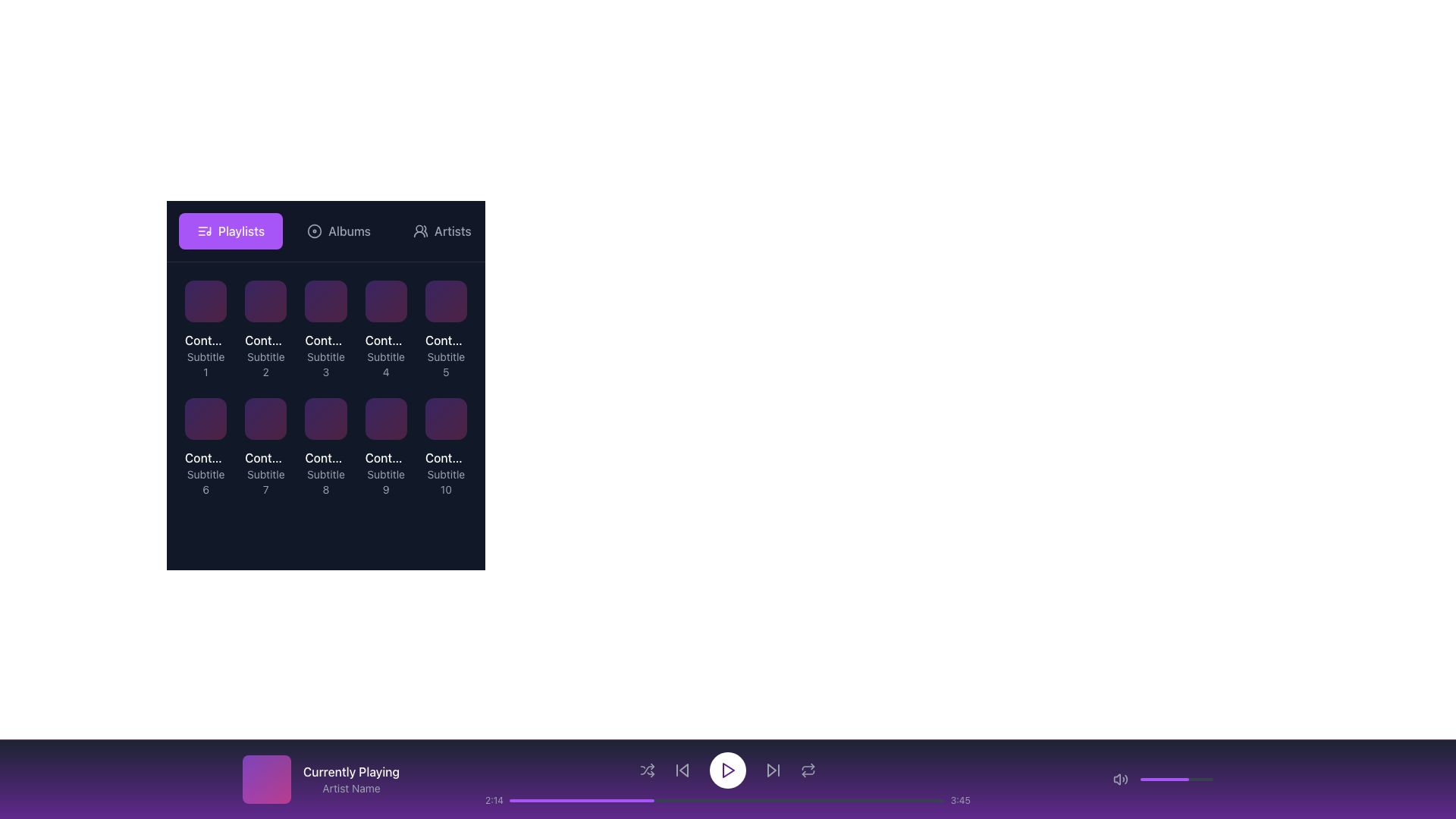 Image resolution: width=1456 pixels, height=819 pixels. I want to click on the playback position, so click(859, 800).